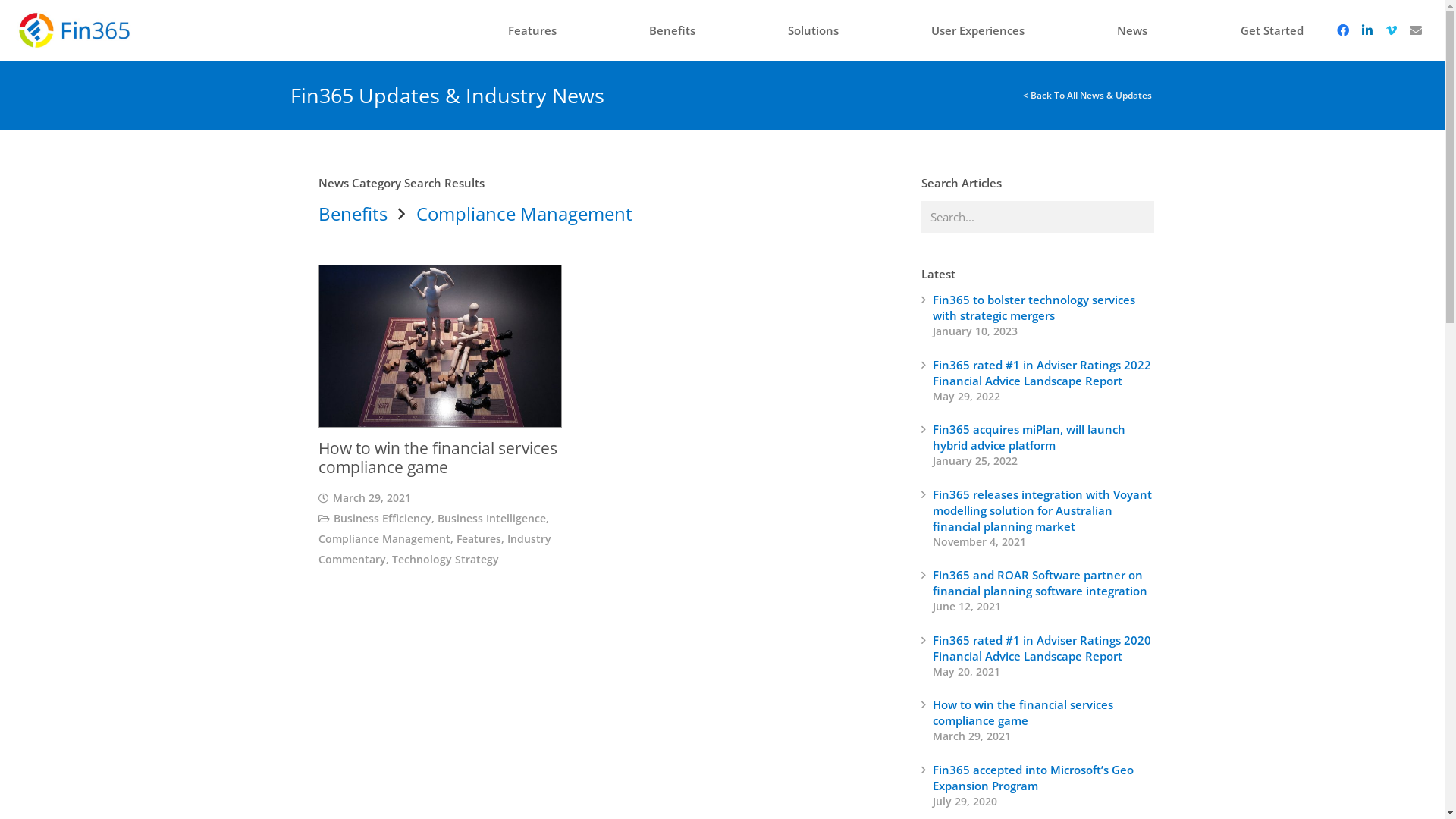 The image size is (1456, 819). I want to click on 'Fin365 acquires miPlan, will launch hybrid advice platform', so click(1029, 437).